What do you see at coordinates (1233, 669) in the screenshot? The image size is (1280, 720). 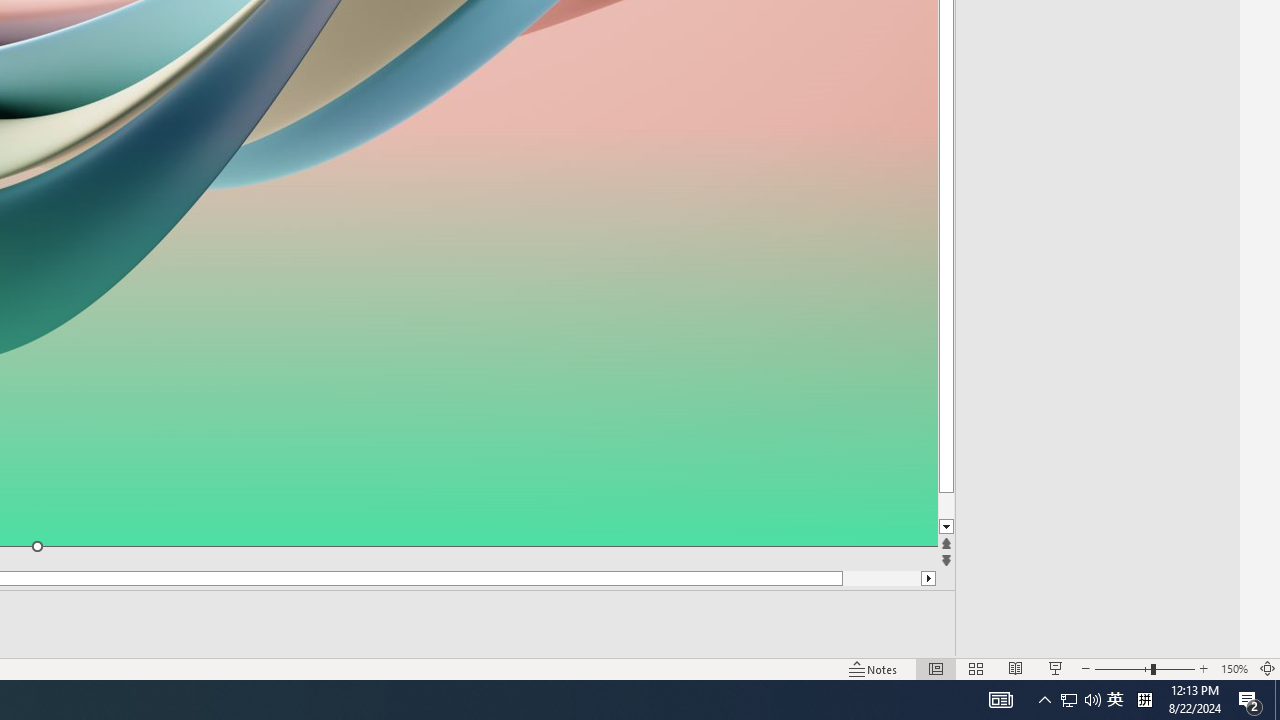 I see `'Zoom 150%'` at bounding box center [1233, 669].